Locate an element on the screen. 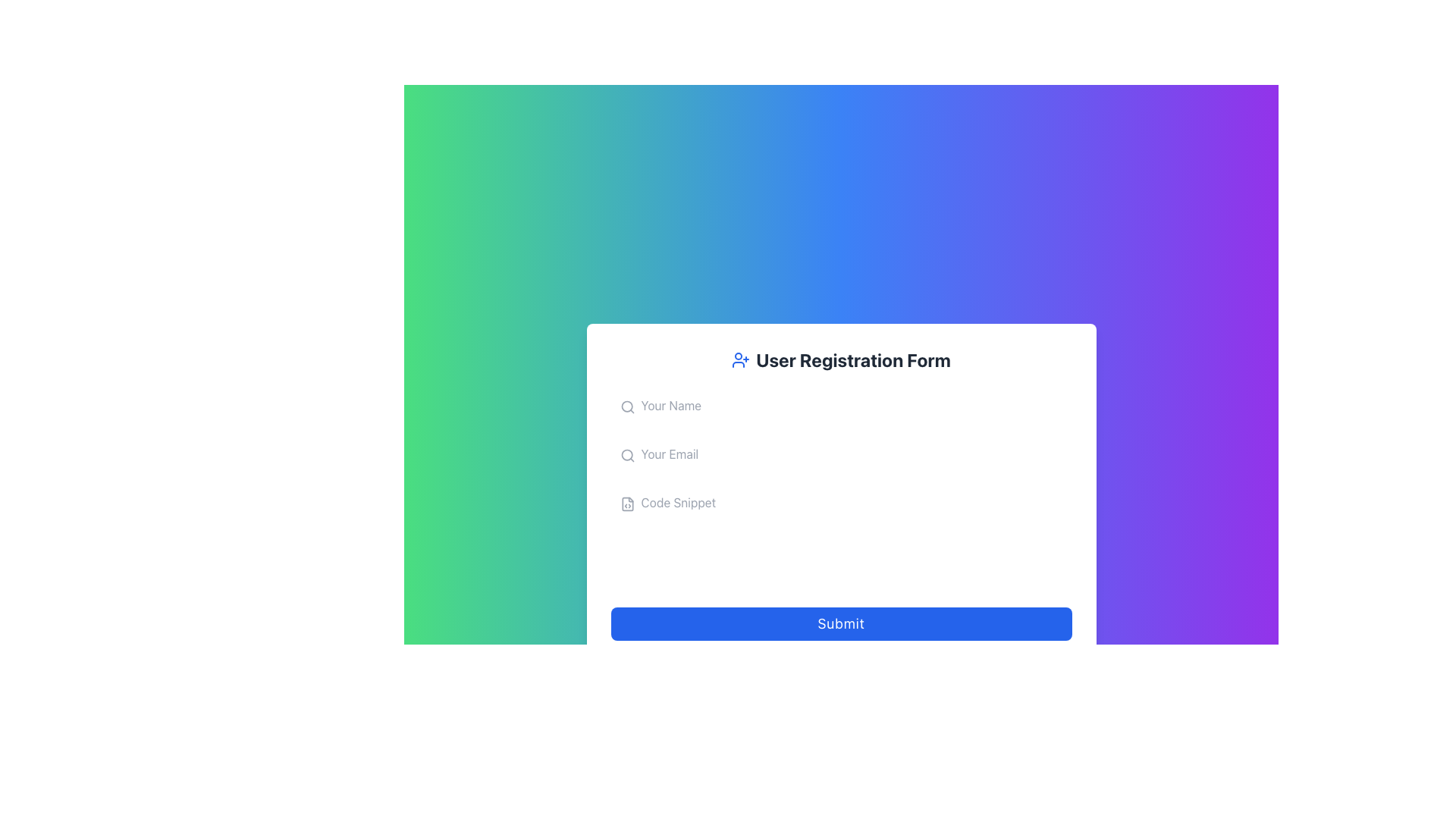  the static text element that serves as the header for the User Registration Form, which is positioned at the top part of the form UI, just below the header section and above the input fields is located at coordinates (840, 359).